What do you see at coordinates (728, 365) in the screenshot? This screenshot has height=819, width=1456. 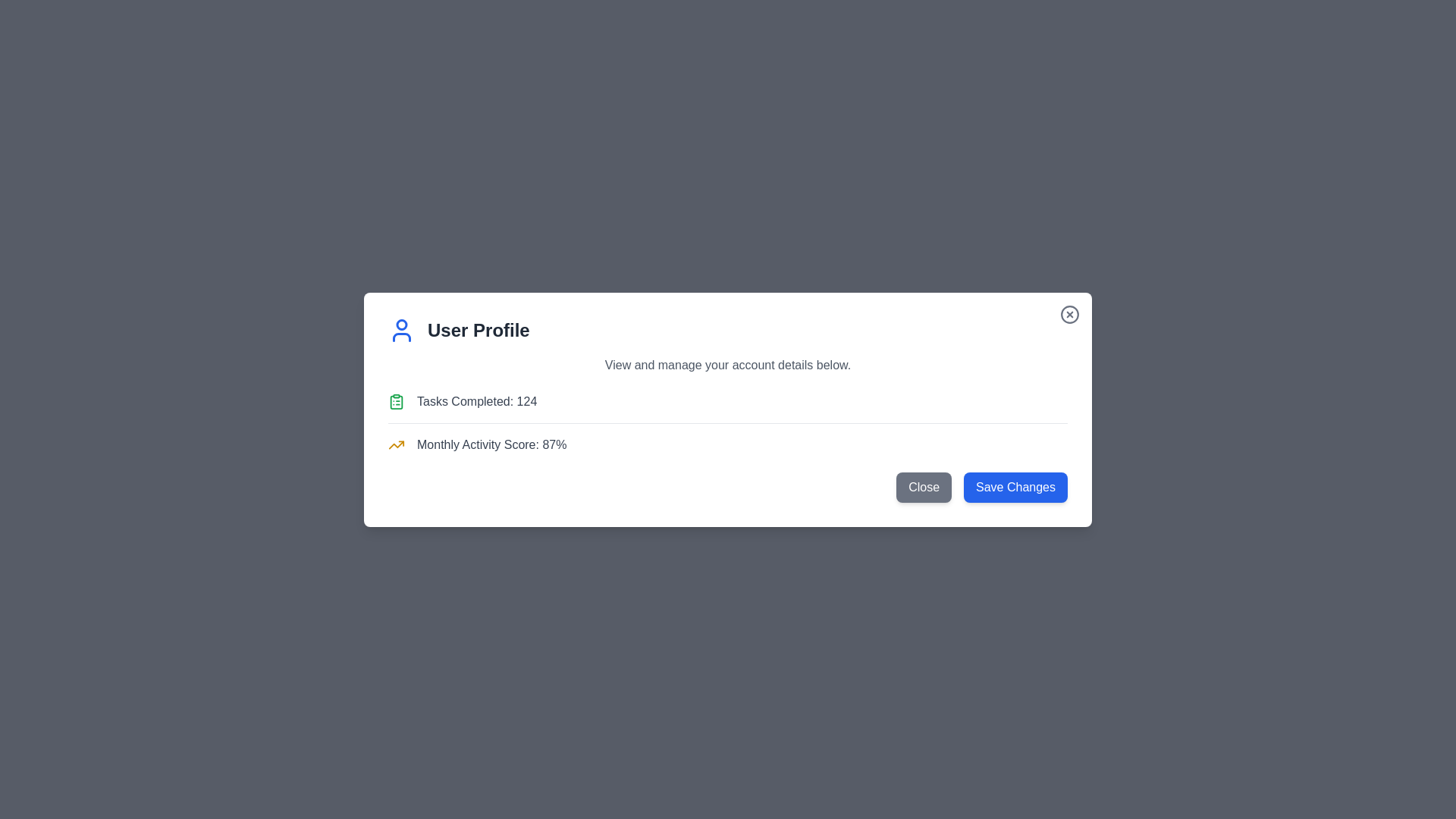 I see `the instructional Text Label located underneath the 'User Profile' heading in the modal window` at bounding box center [728, 365].